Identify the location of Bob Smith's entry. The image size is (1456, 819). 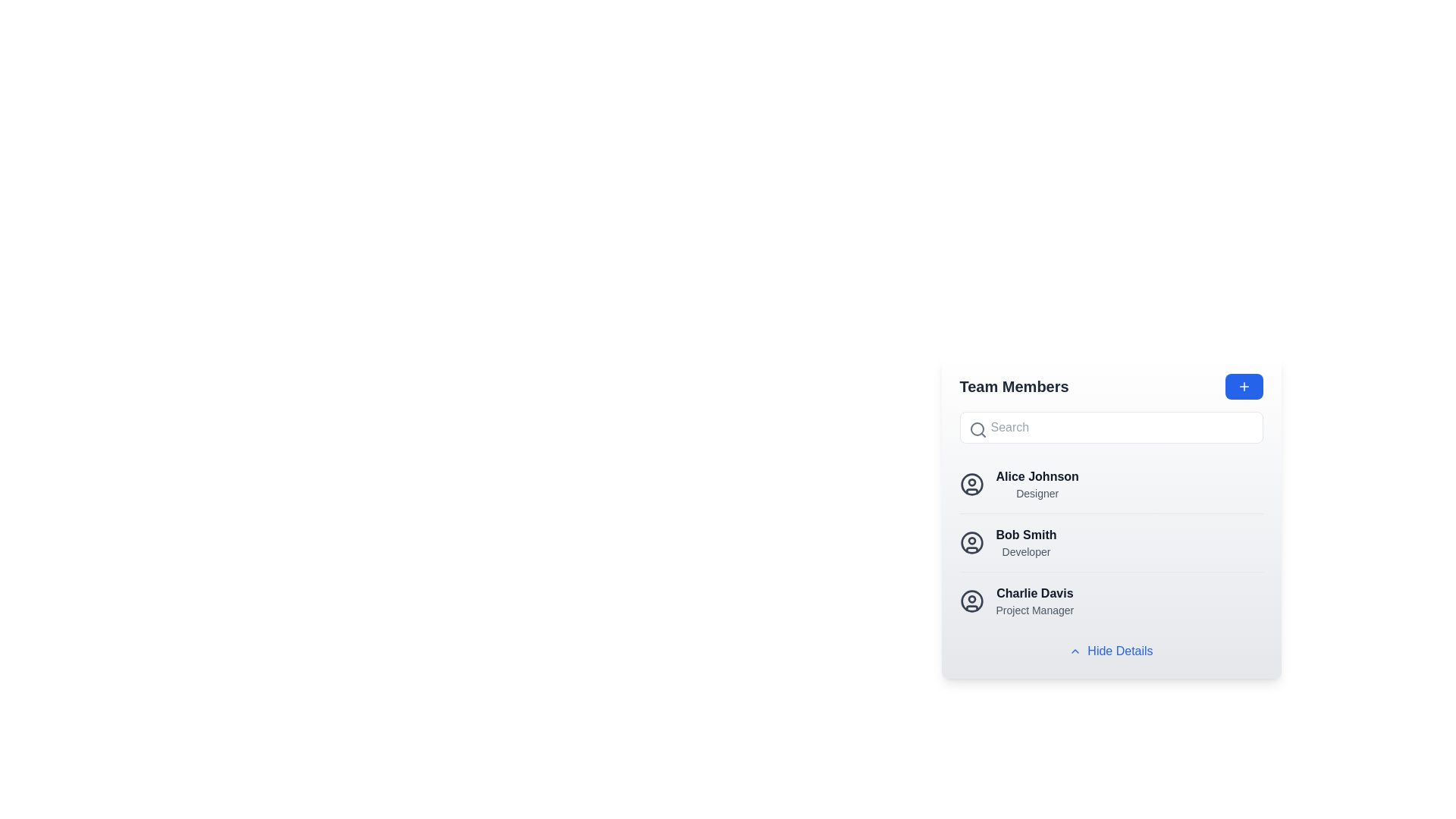
(1111, 542).